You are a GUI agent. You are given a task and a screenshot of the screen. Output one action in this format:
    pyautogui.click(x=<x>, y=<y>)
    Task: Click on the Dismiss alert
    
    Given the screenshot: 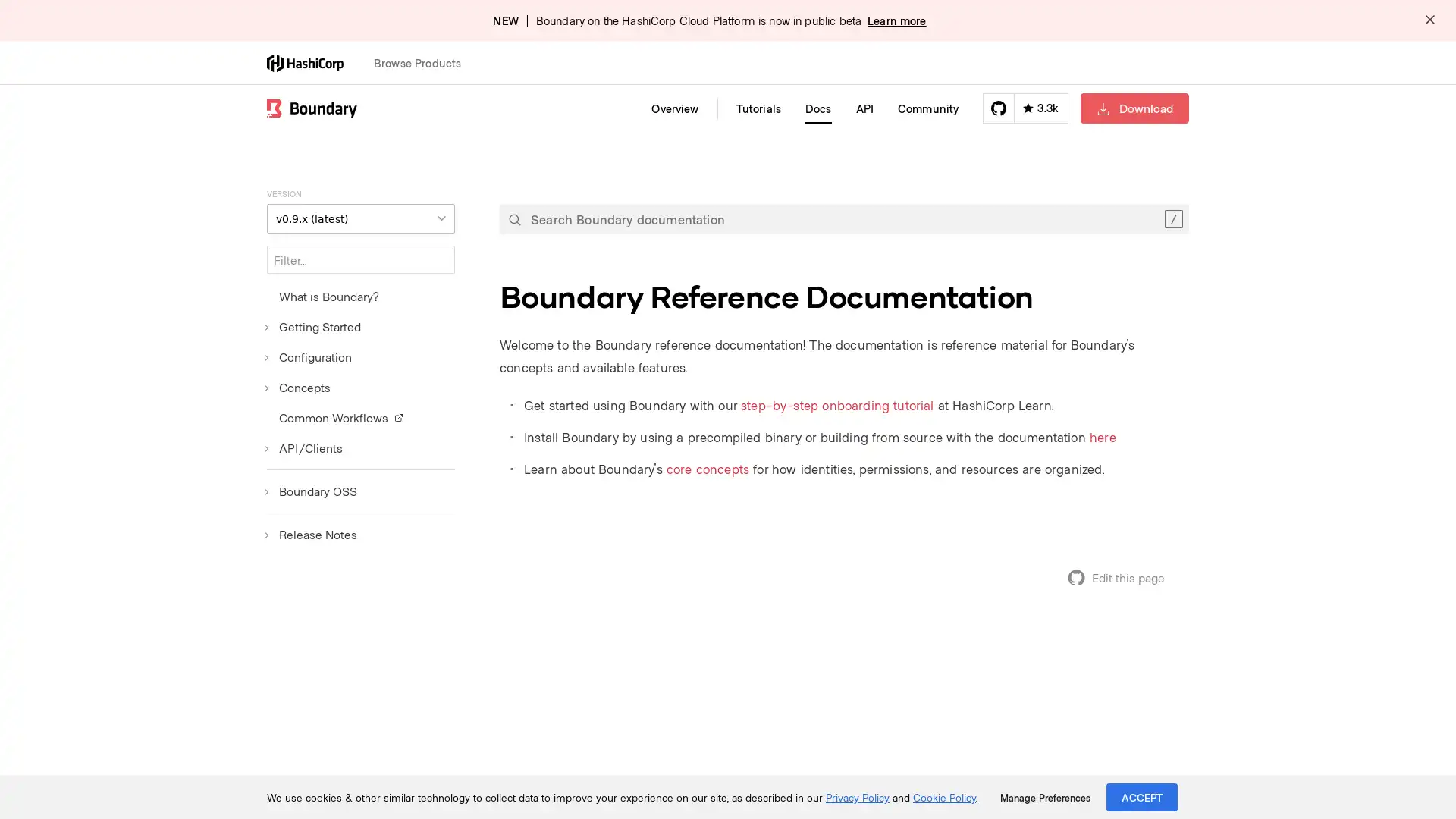 What is the action you would take?
    pyautogui.click(x=1429, y=20)
    